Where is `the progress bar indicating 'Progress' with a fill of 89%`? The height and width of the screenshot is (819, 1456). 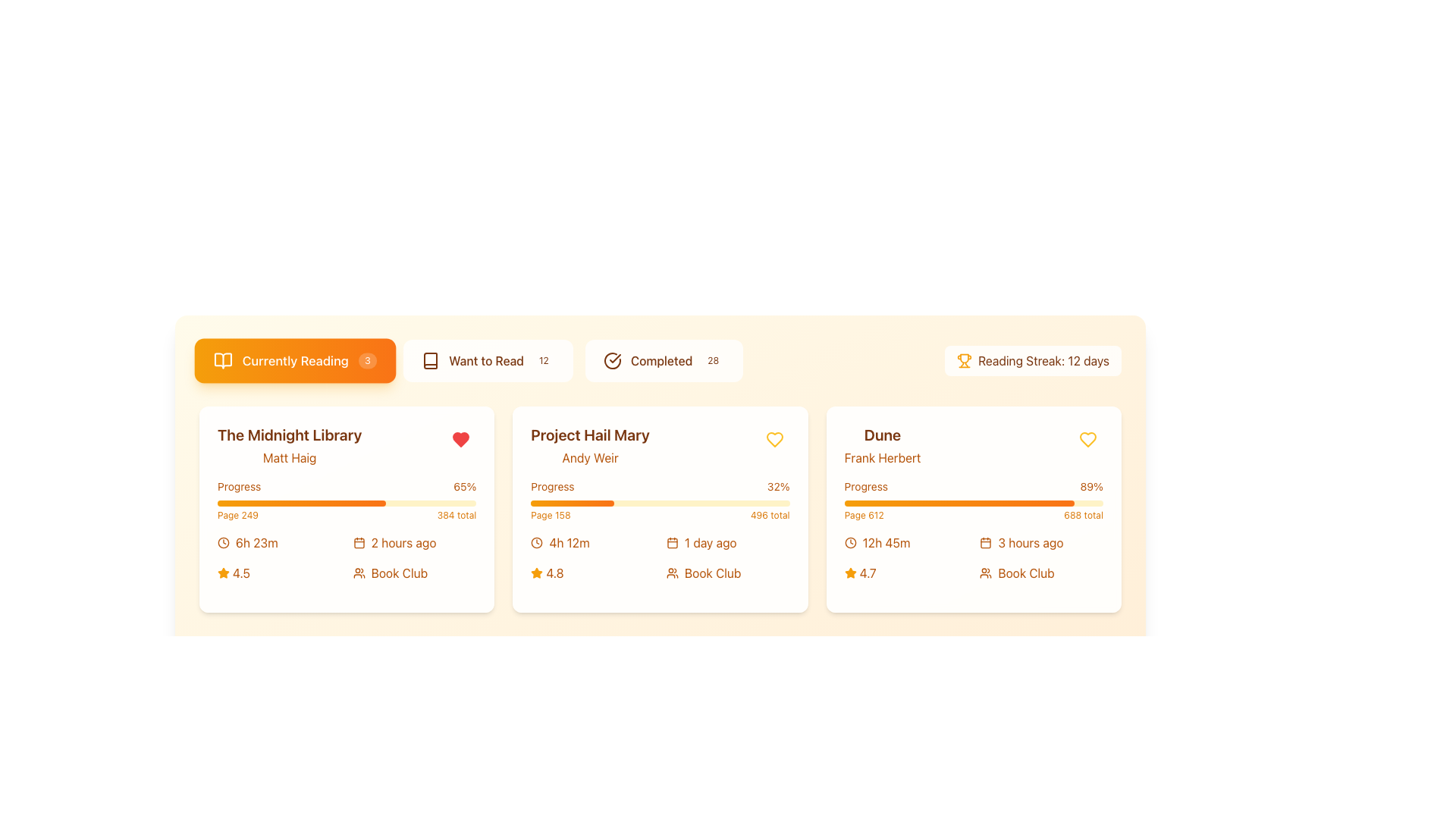 the progress bar indicating 'Progress' with a fill of 89% is located at coordinates (973, 500).